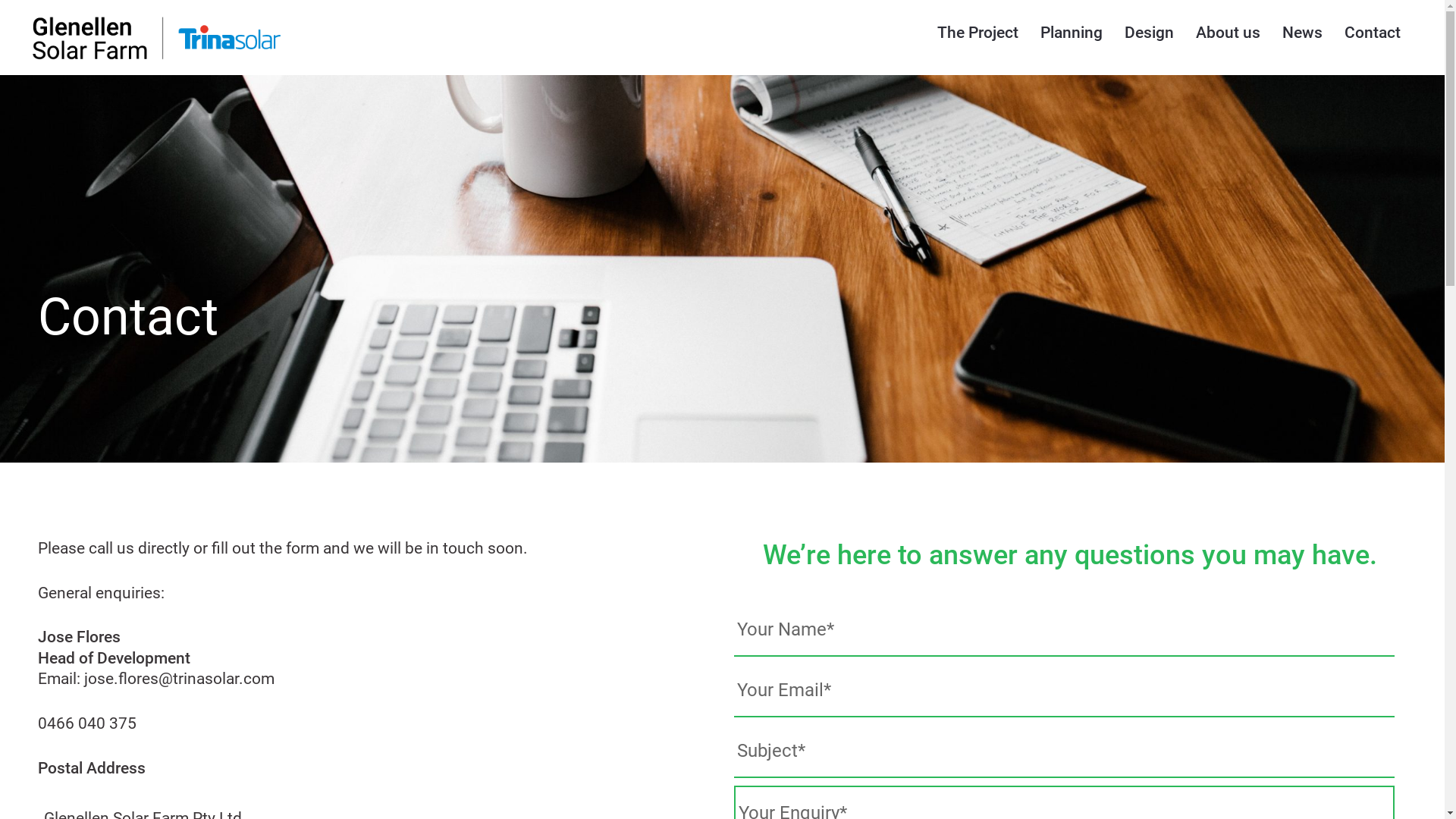 Image resolution: width=1456 pixels, height=819 pixels. Describe the element at coordinates (0, 0) in the screenshot. I see `'Skip to content'` at that location.